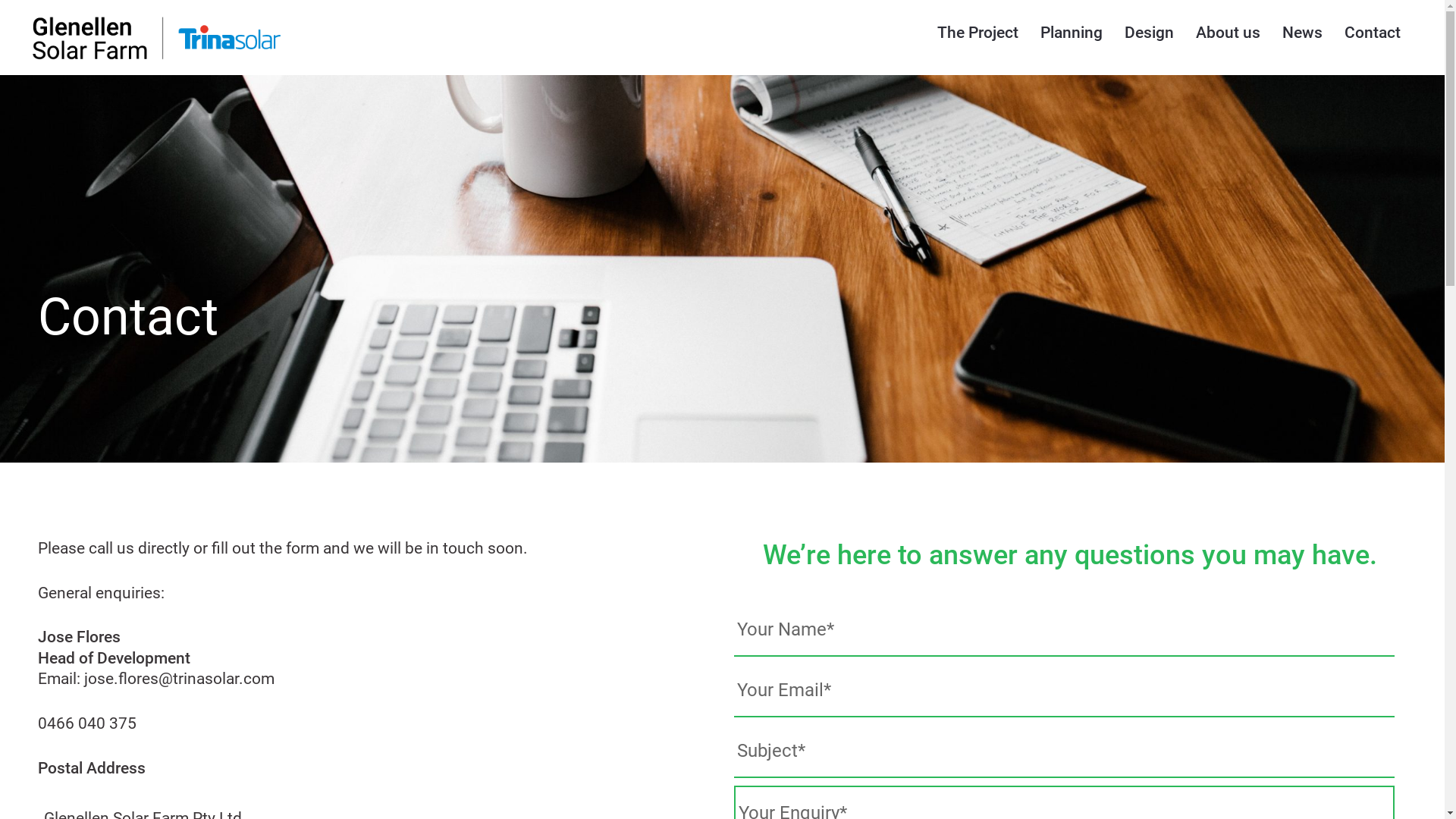 Image resolution: width=1456 pixels, height=819 pixels. Describe the element at coordinates (0, 0) in the screenshot. I see `'Skip to content'` at that location.